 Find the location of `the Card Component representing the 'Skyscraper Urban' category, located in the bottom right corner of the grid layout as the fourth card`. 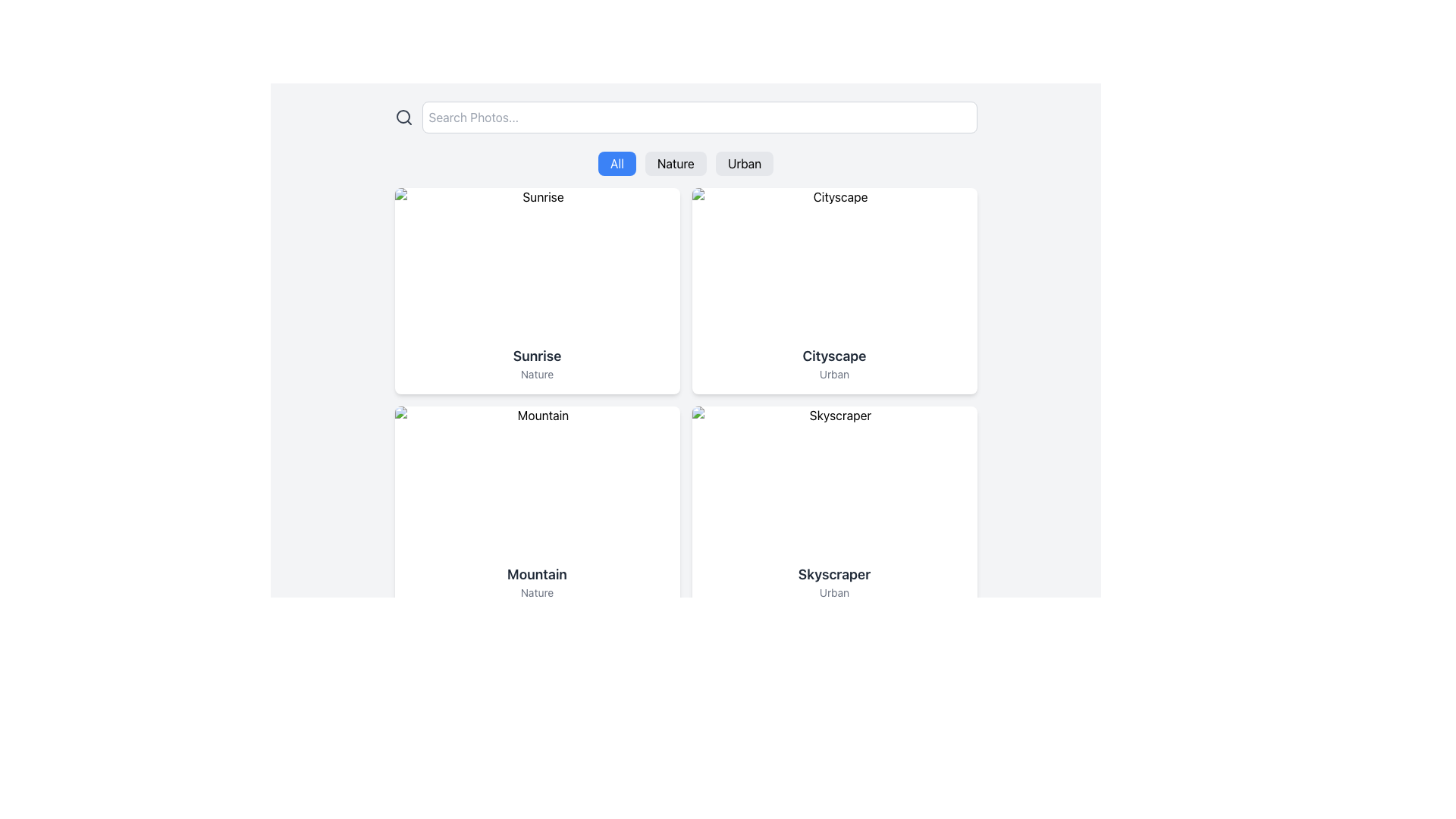

the Card Component representing the 'Skyscraper Urban' category, located in the bottom right corner of the grid layout as the fourth card is located at coordinates (833, 509).